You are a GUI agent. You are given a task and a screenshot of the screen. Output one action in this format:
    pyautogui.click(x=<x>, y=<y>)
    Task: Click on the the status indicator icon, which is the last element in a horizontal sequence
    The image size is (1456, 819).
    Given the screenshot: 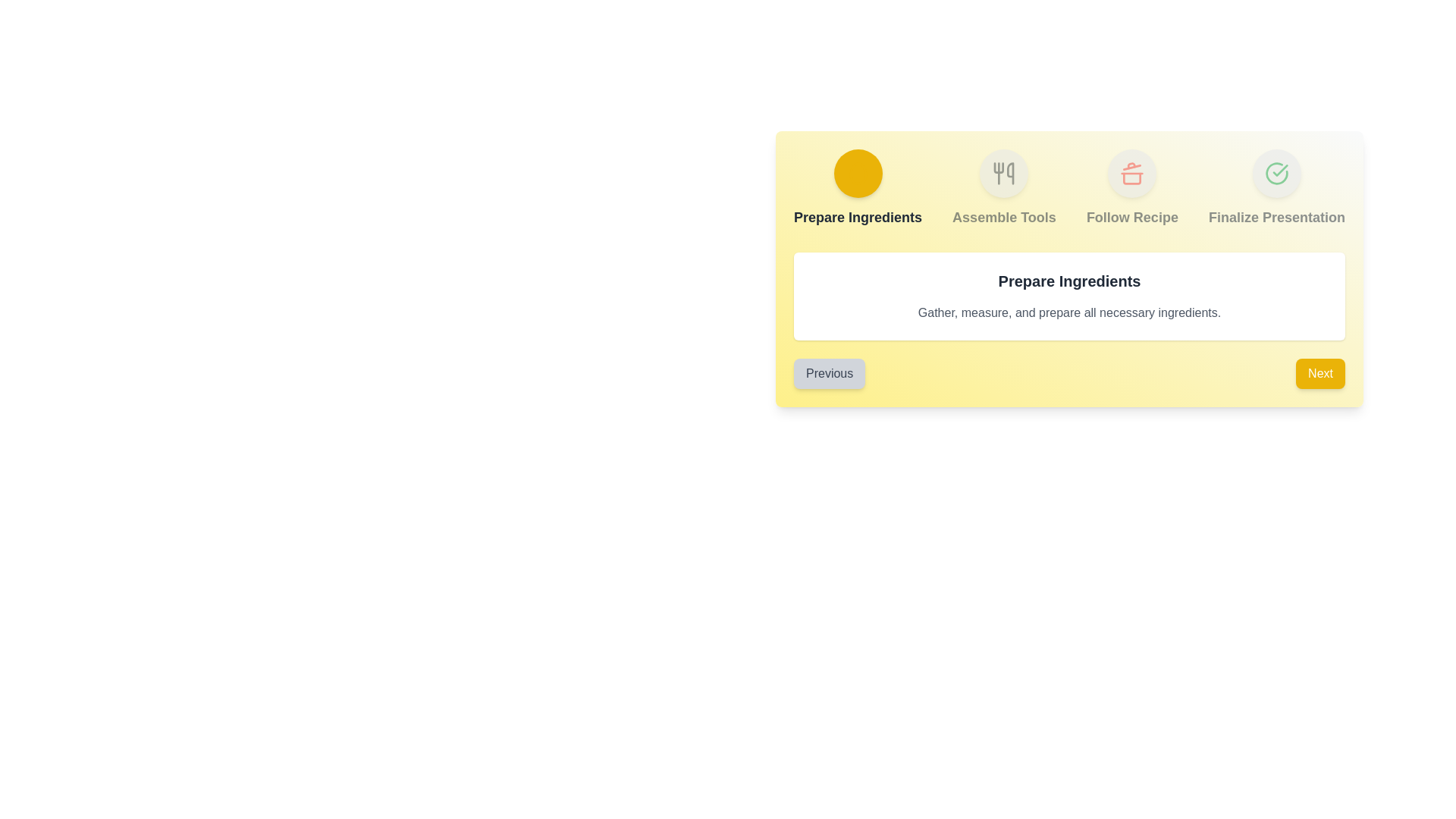 What is the action you would take?
    pyautogui.click(x=1276, y=188)
    